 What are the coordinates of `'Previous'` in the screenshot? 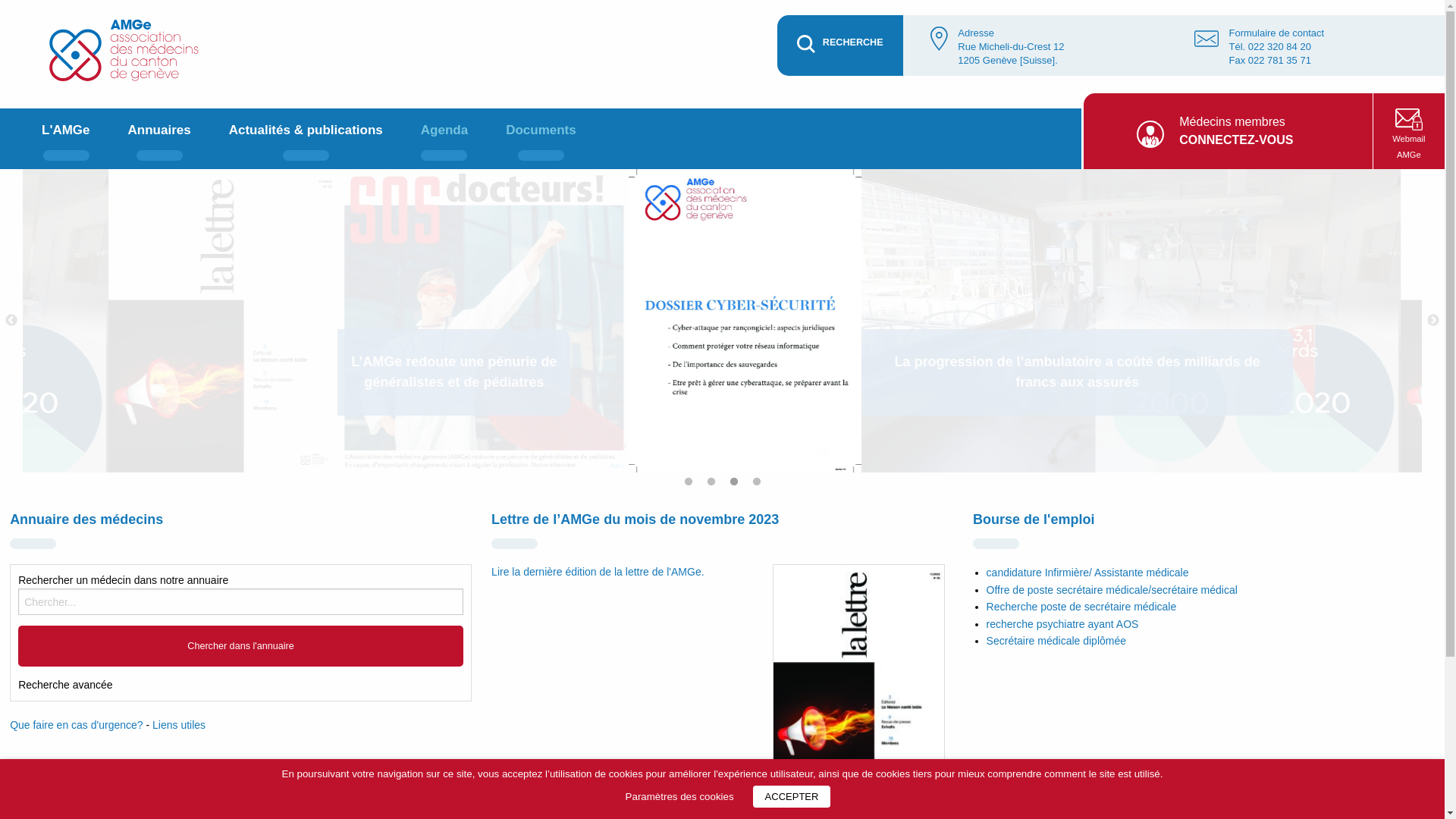 It's located at (3, 320).